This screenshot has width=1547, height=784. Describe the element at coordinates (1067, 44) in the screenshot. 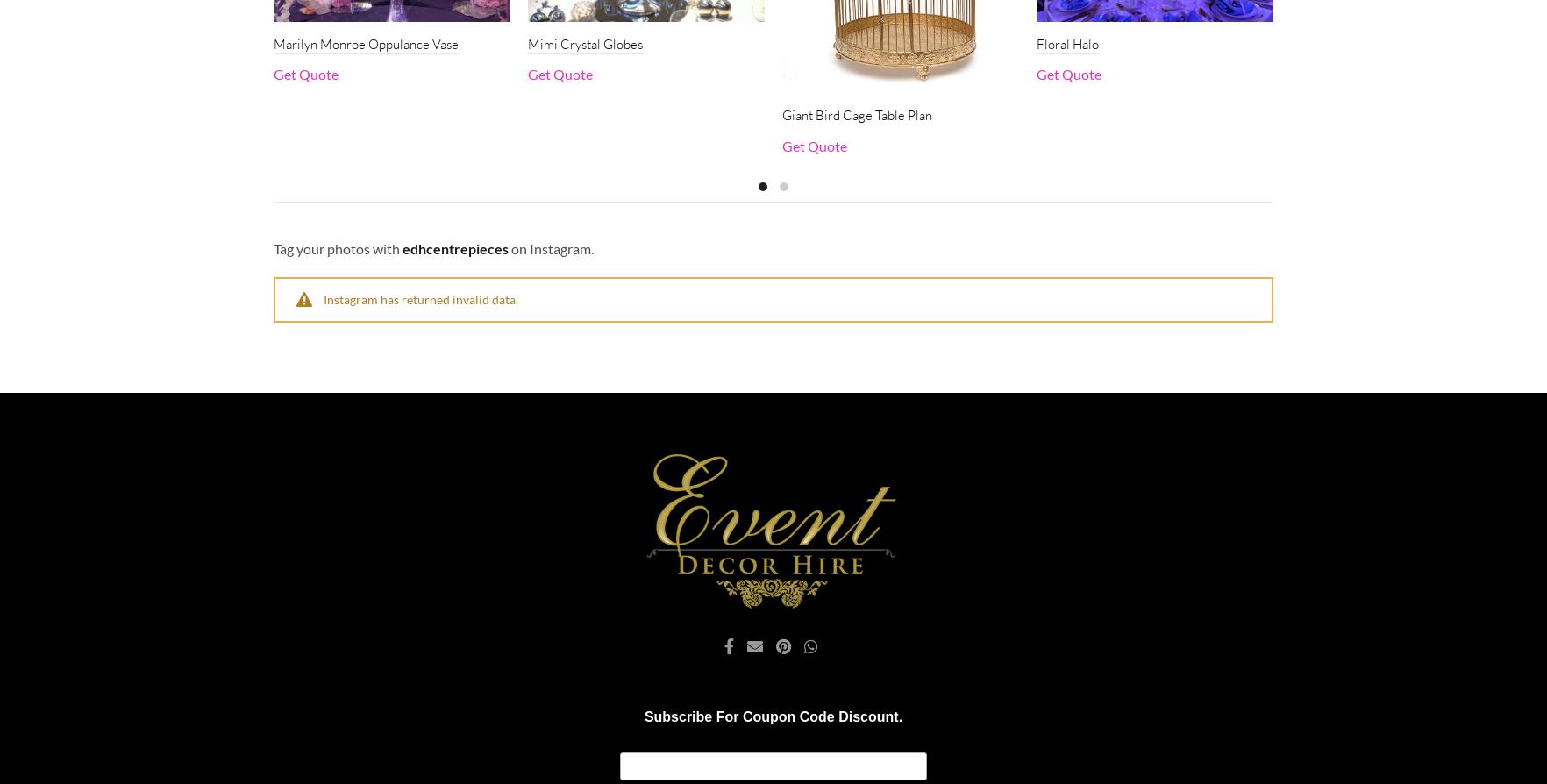

I see `'Floral Halo'` at that location.